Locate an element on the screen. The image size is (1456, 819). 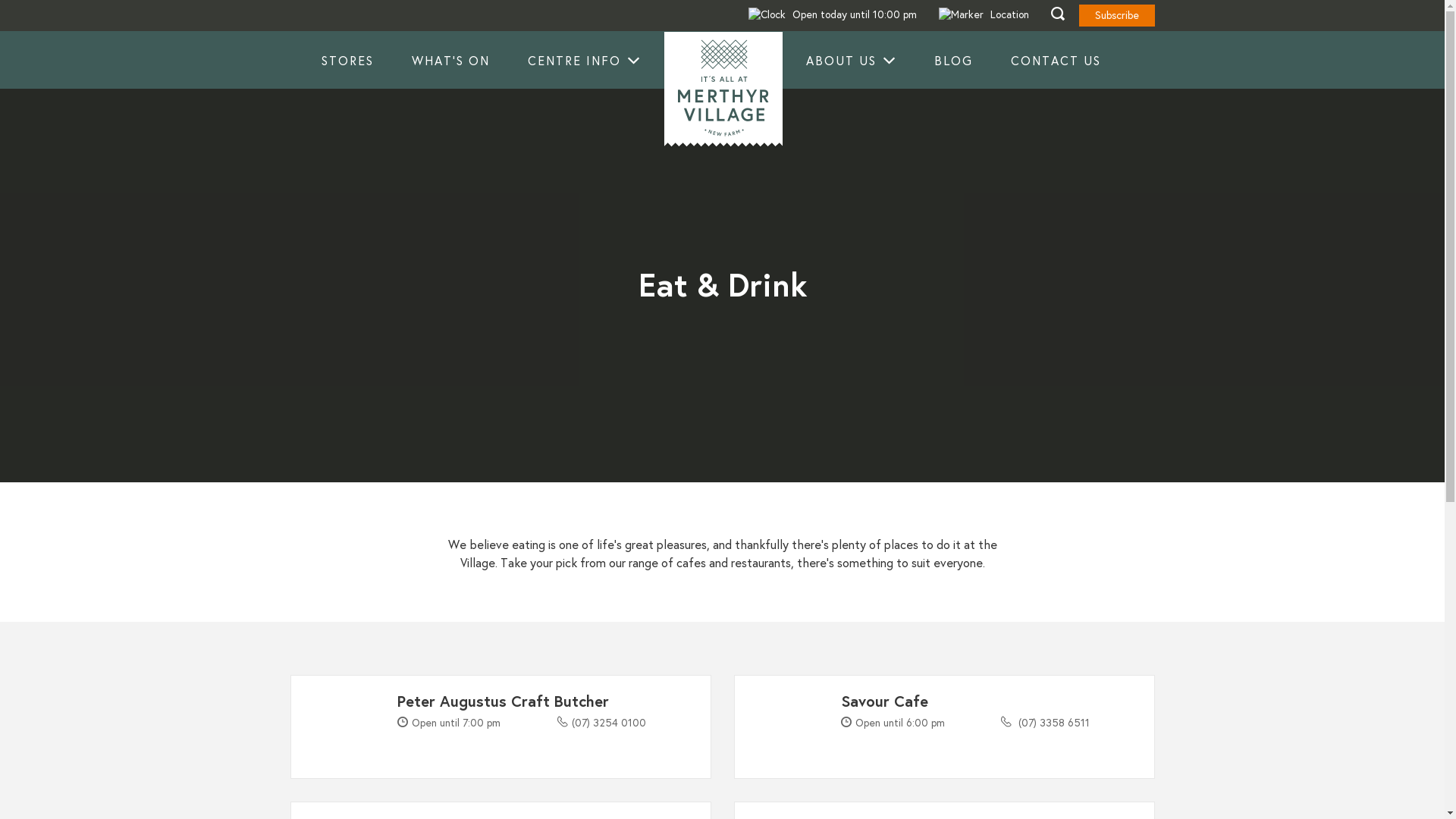
'CENTRE INFO' is located at coordinates (528, 60).